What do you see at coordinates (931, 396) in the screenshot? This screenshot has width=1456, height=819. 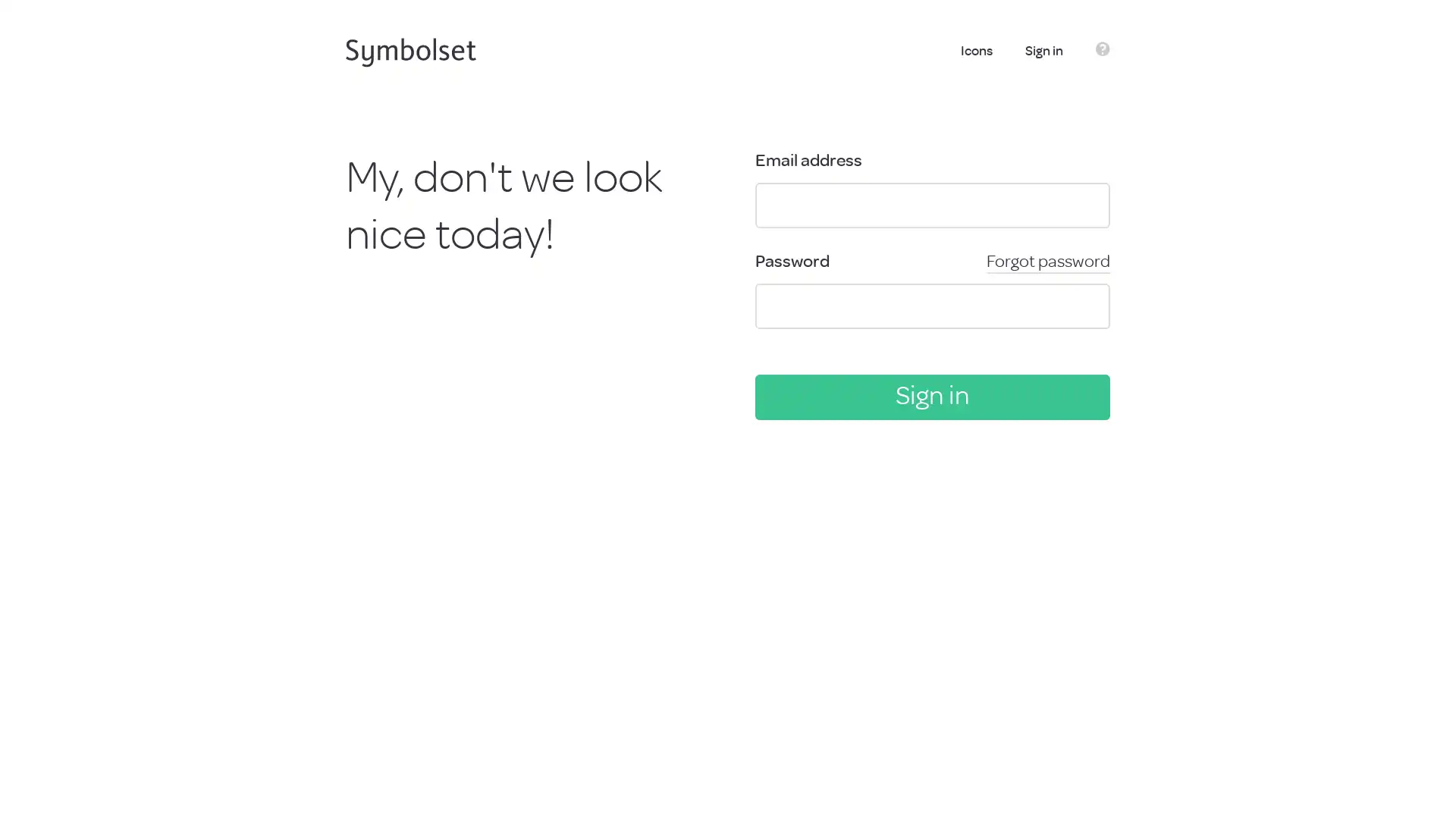 I see `Sign in` at bounding box center [931, 396].